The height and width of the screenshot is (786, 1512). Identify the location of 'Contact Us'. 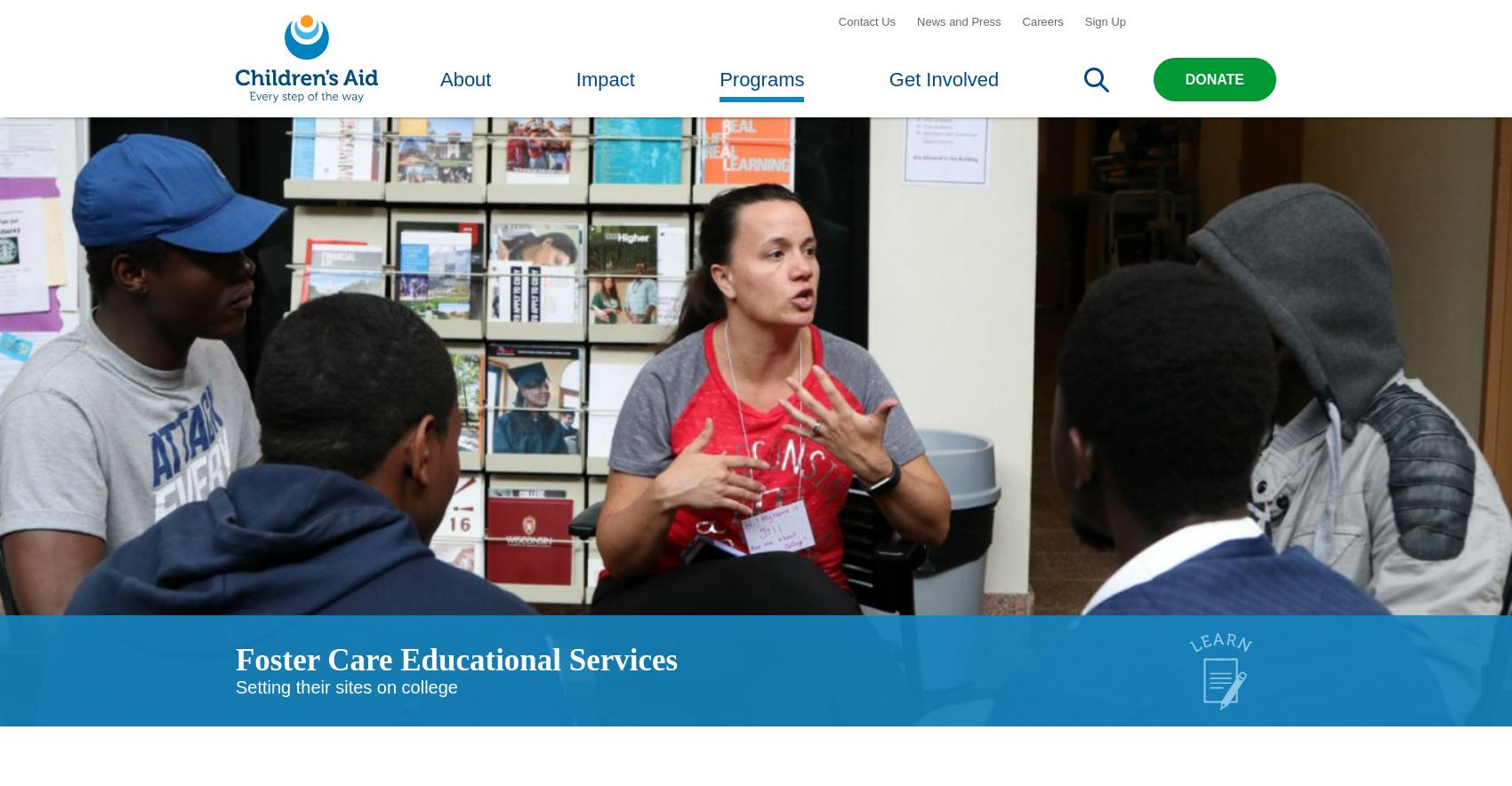
(837, 33).